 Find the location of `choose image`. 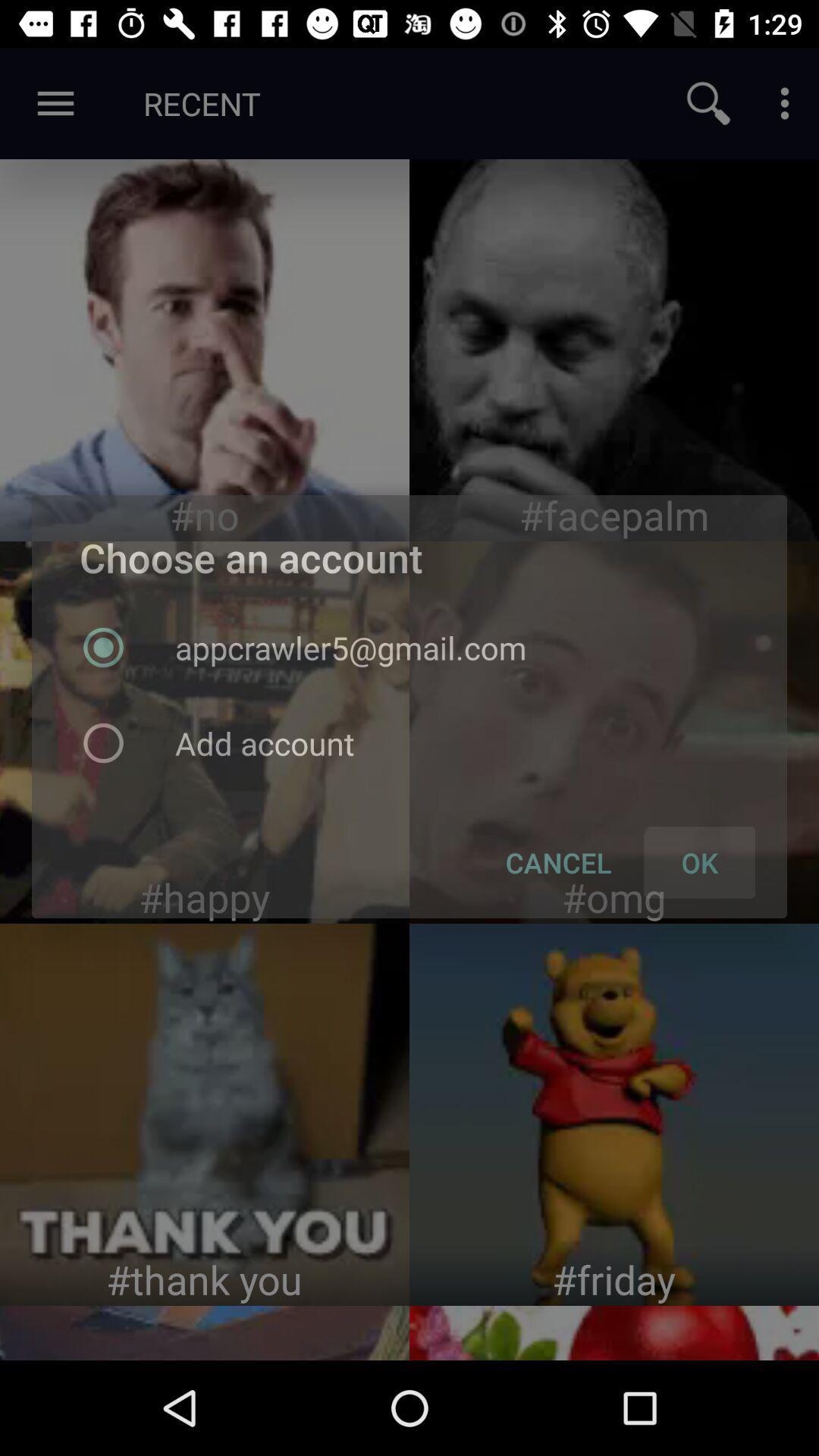

choose image is located at coordinates (205, 1114).